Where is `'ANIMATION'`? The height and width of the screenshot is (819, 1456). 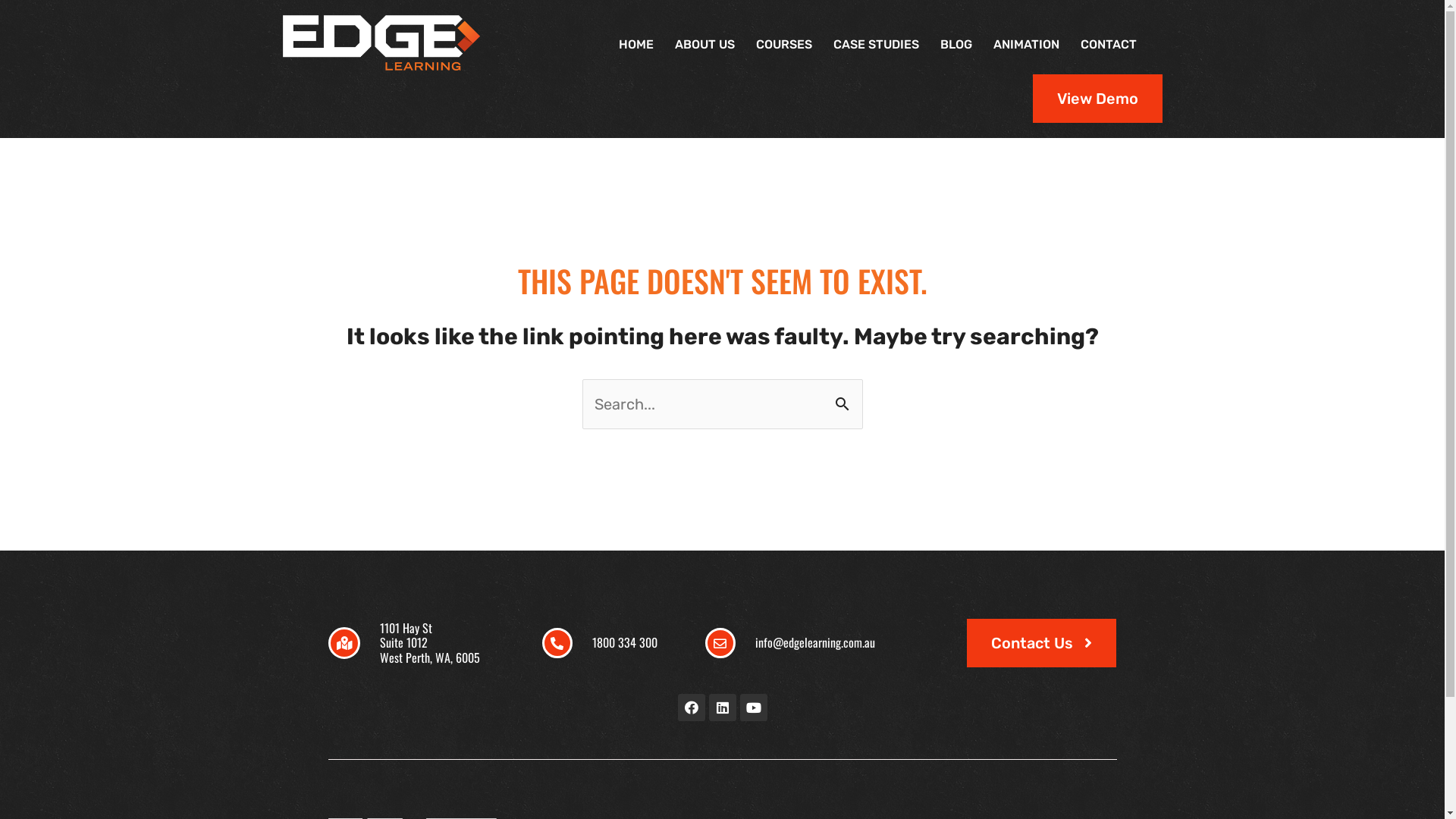
'ANIMATION' is located at coordinates (983, 43).